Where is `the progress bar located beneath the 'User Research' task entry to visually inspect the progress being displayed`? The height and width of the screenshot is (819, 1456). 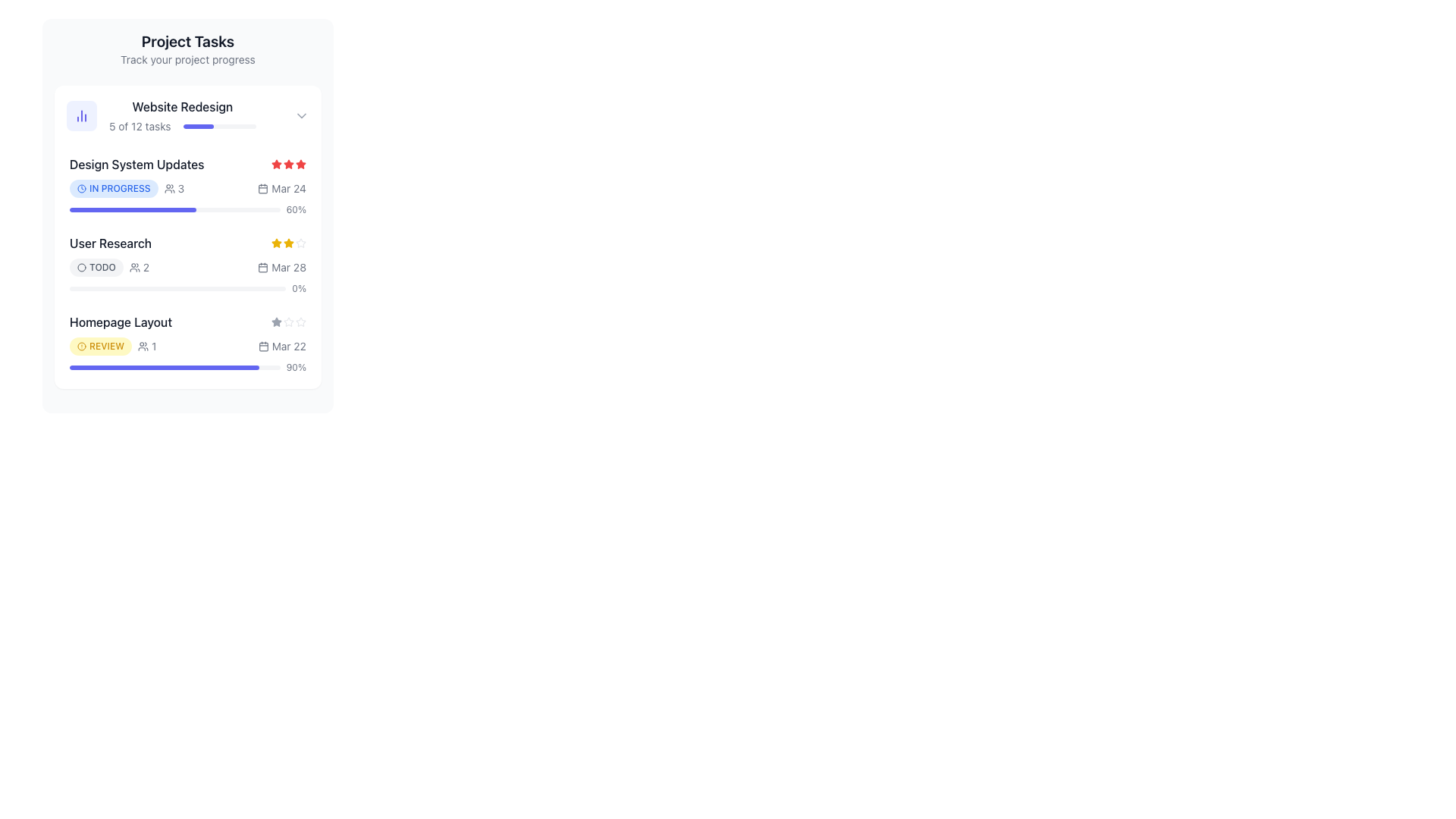
the progress bar located beneath the 'User Research' task entry to visually inspect the progress being displayed is located at coordinates (177, 289).